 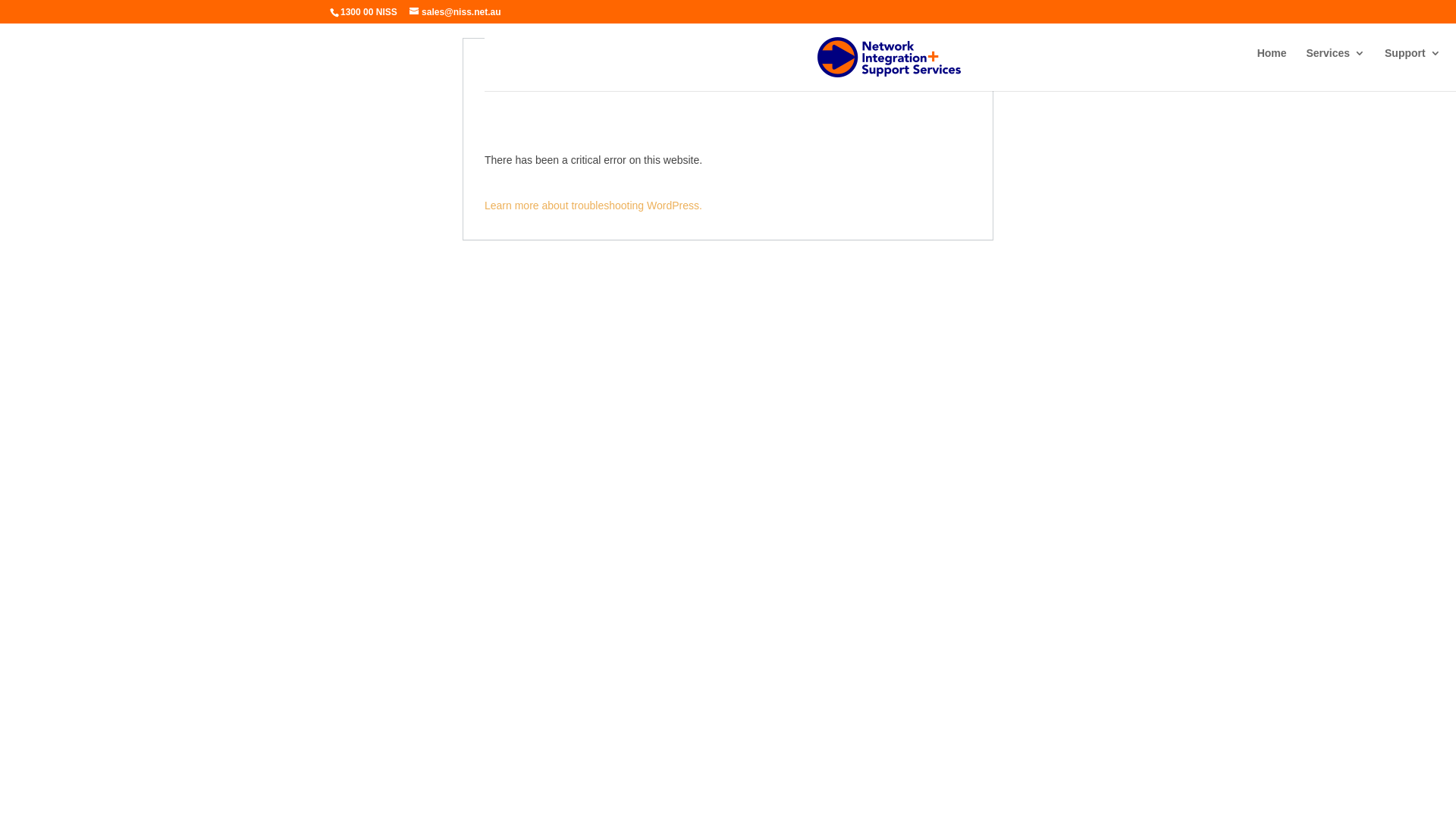 What do you see at coordinates (1411, 64) in the screenshot?
I see `'Support'` at bounding box center [1411, 64].